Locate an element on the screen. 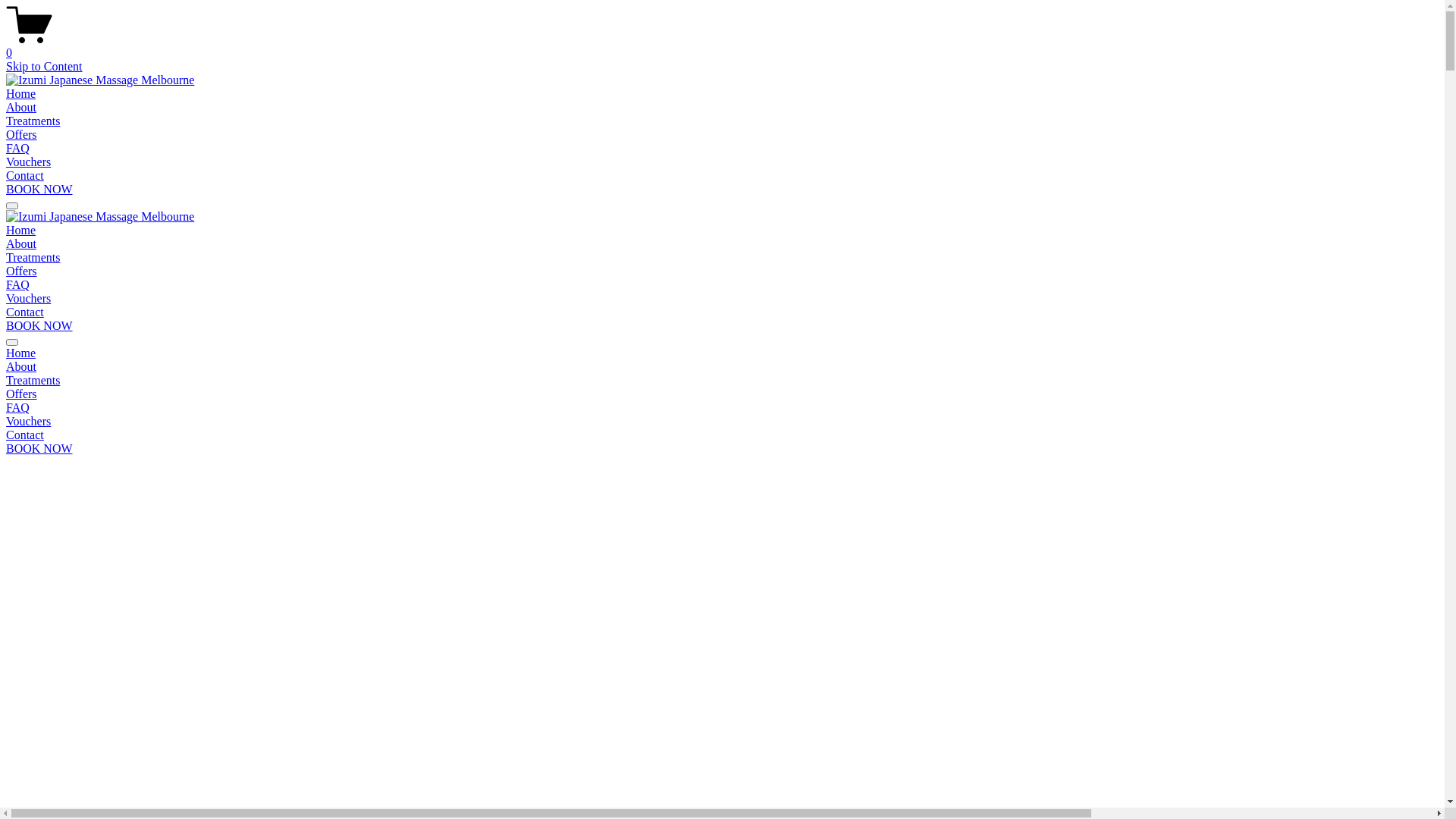 Image resolution: width=1456 pixels, height=819 pixels. 'Treatments' is located at coordinates (33, 256).